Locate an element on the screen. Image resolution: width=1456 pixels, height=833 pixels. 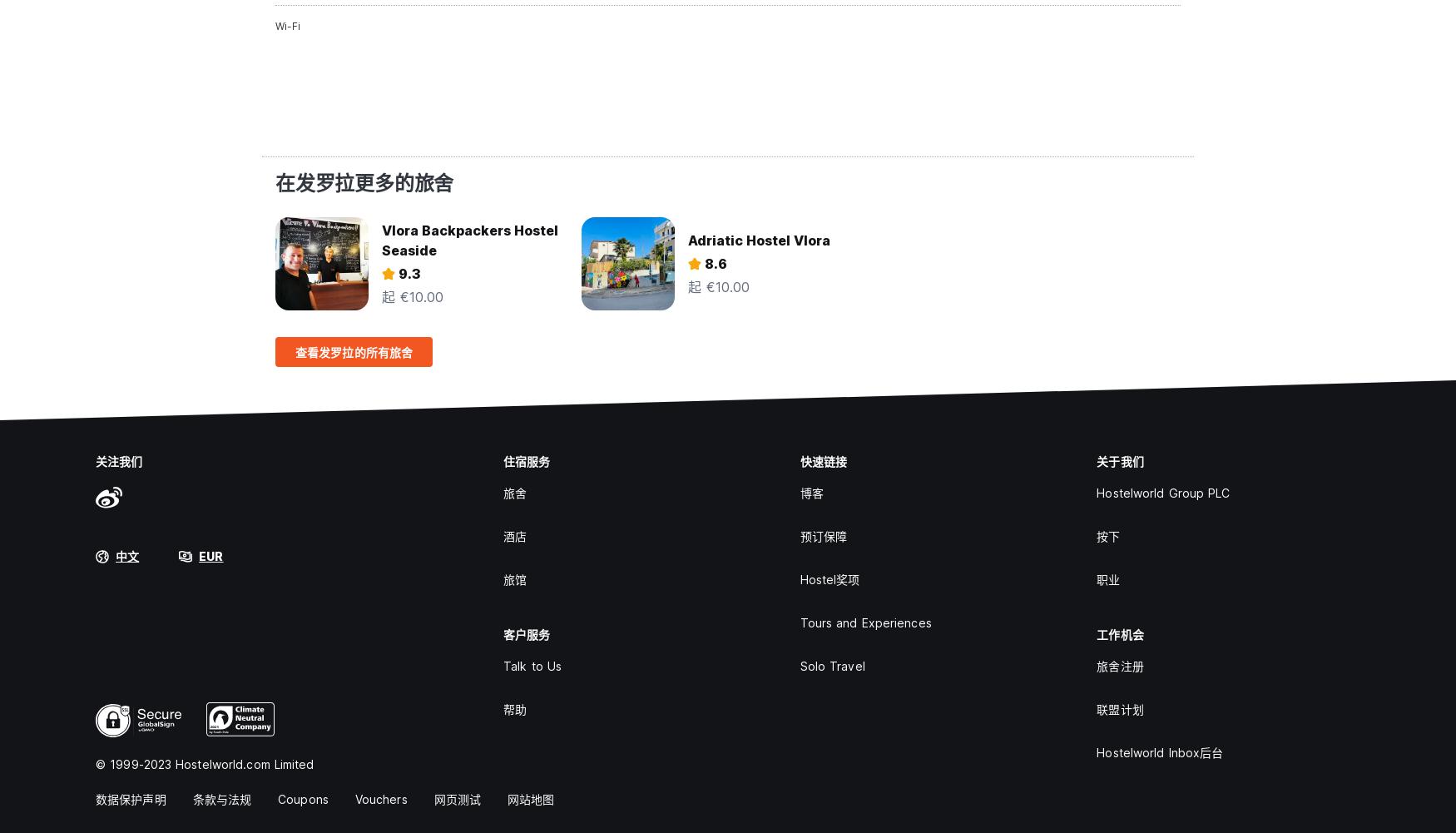
'Tours and Experiences' is located at coordinates (864, 622).